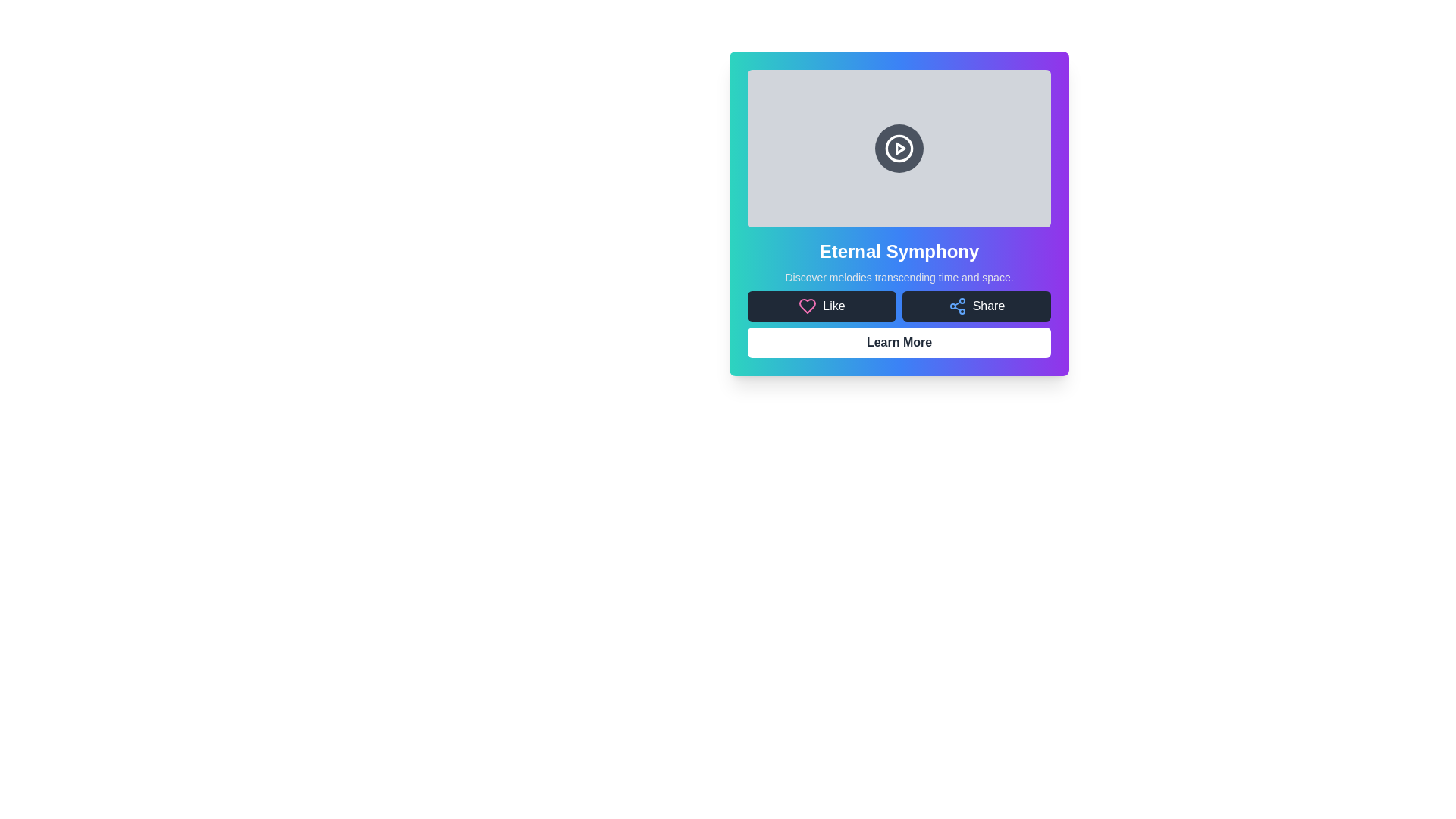 The width and height of the screenshot is (1456, 819). What do you see at coordinates (807, 306) in the screenshot?
I see `the heart-shaped icon with a pink outline and dark fill, located to the left of the 'Like' button text, to like the content` at bounding box center [807, 306].